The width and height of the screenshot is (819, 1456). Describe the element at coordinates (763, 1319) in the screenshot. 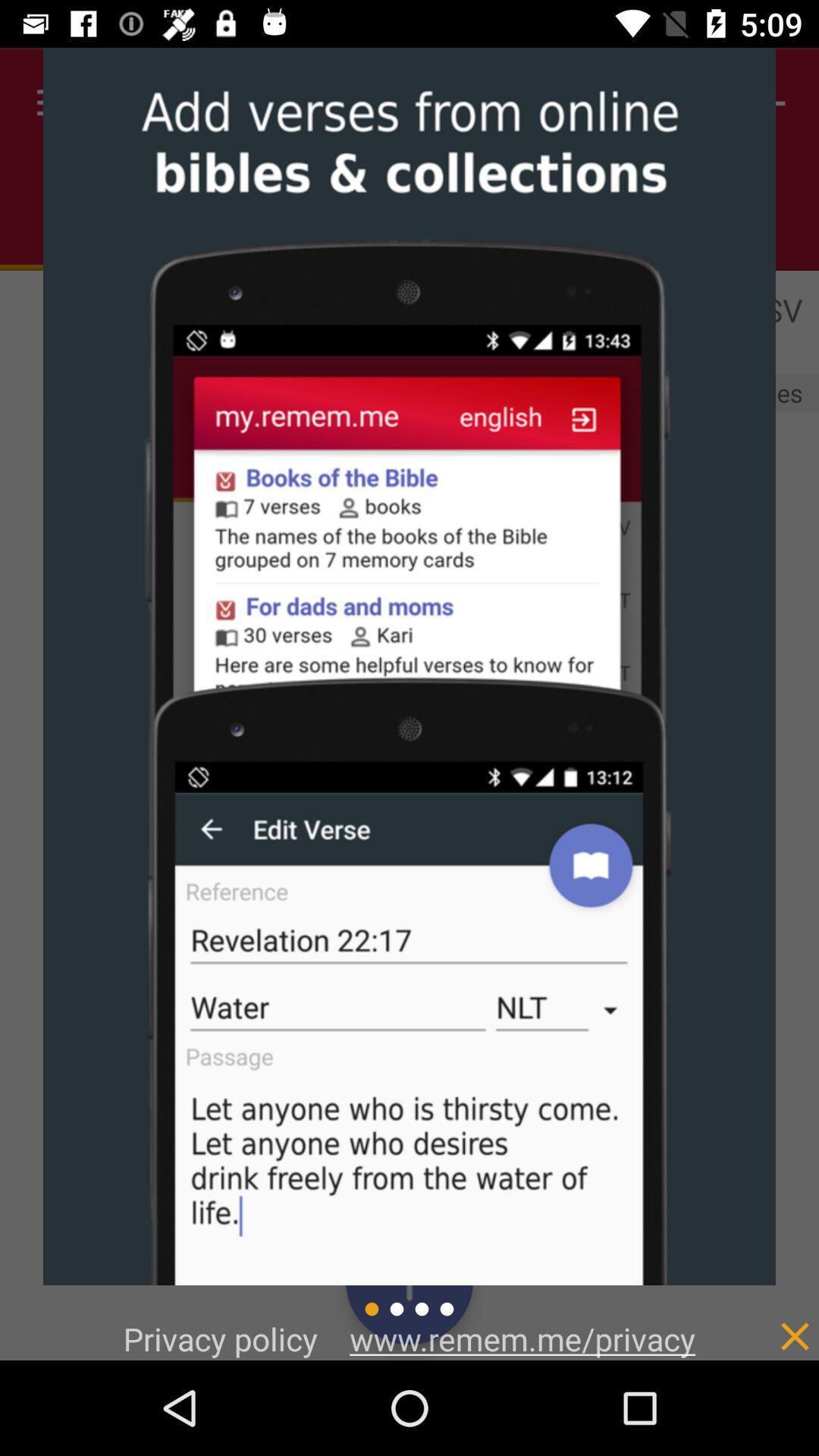

I see `item to the right of www remem me icon` at that location.